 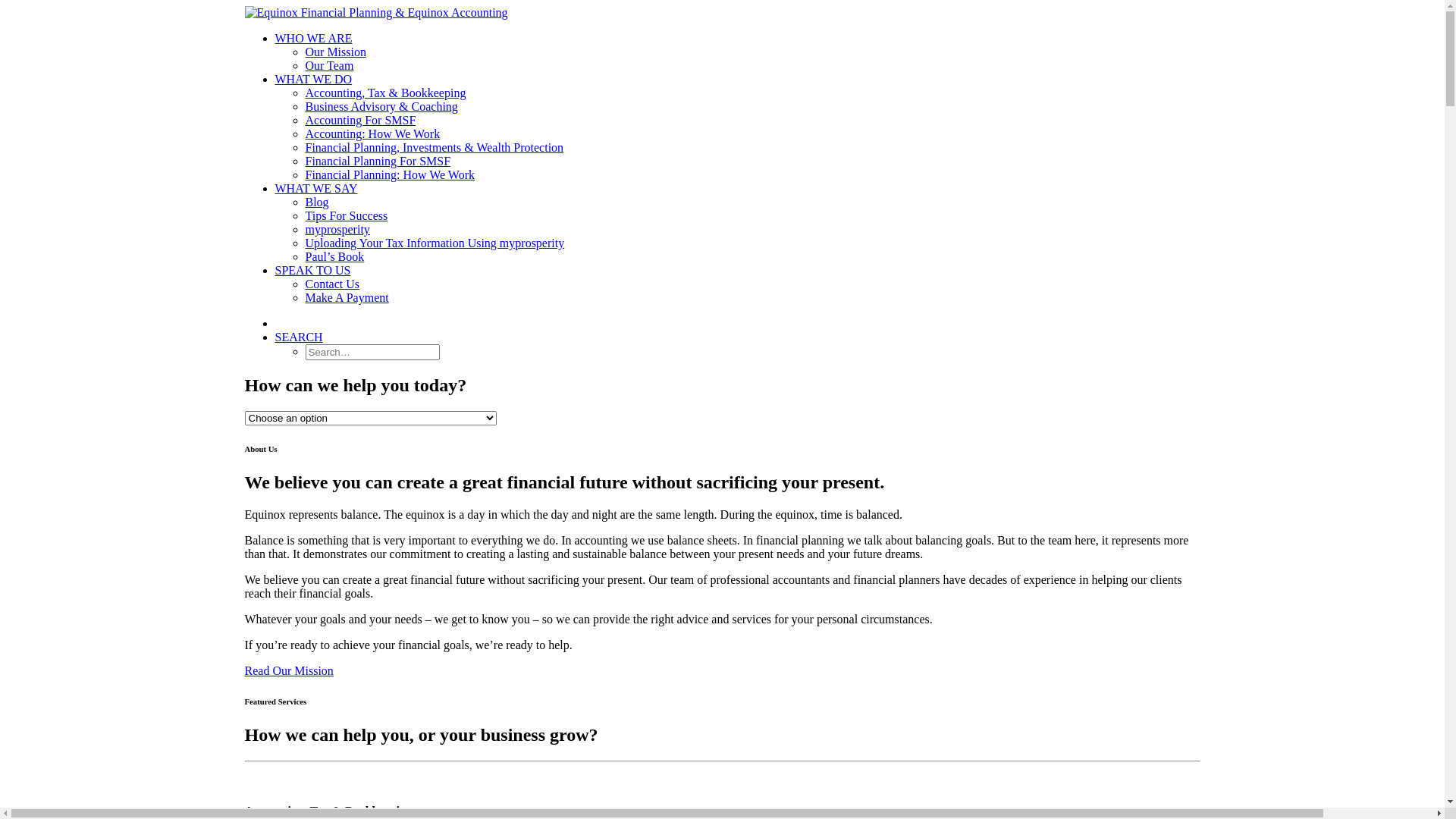 I want to click on 'Accounting: How We Work', so click(x=372, y=133).